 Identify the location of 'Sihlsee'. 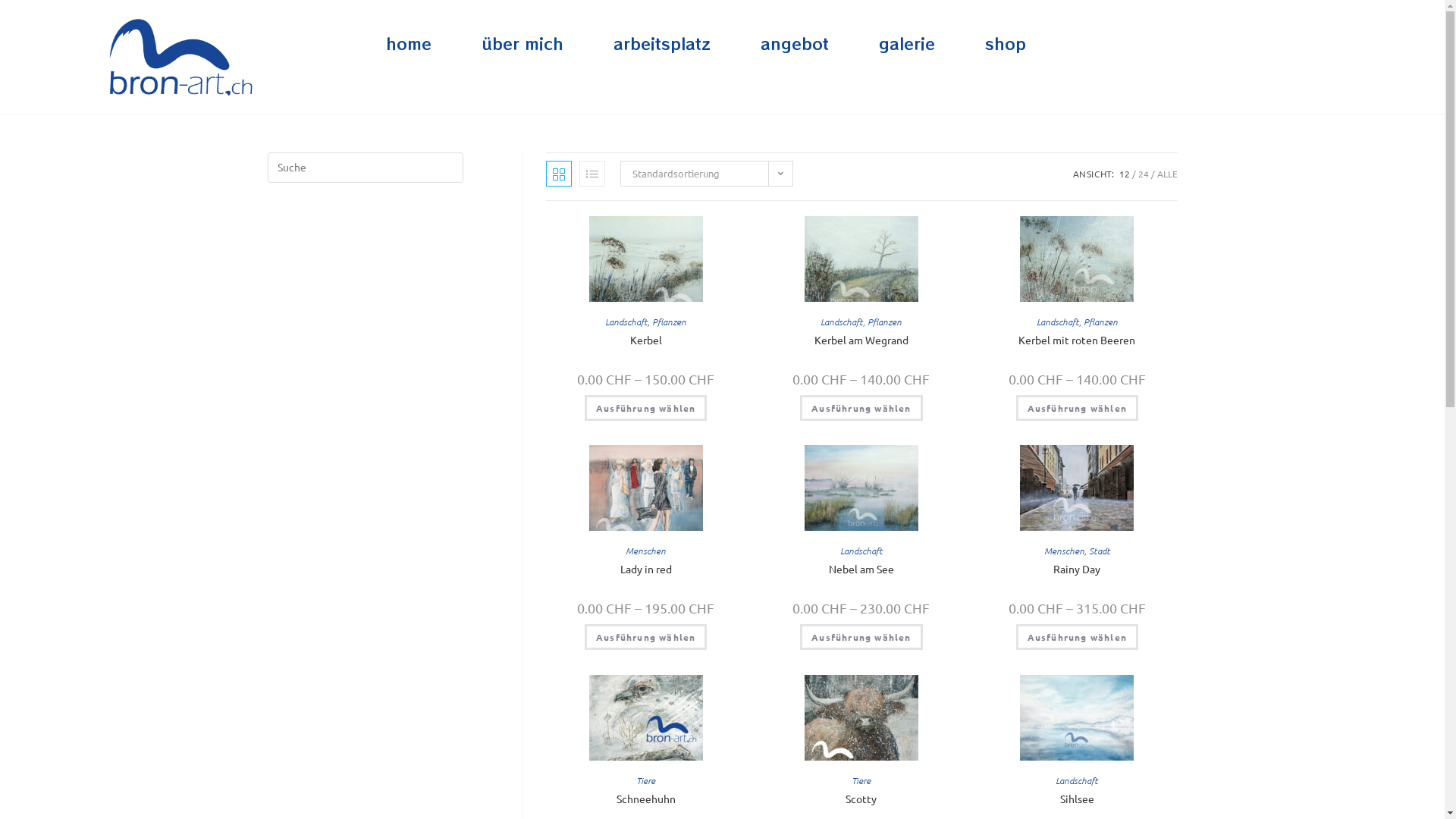
(1076, 798).